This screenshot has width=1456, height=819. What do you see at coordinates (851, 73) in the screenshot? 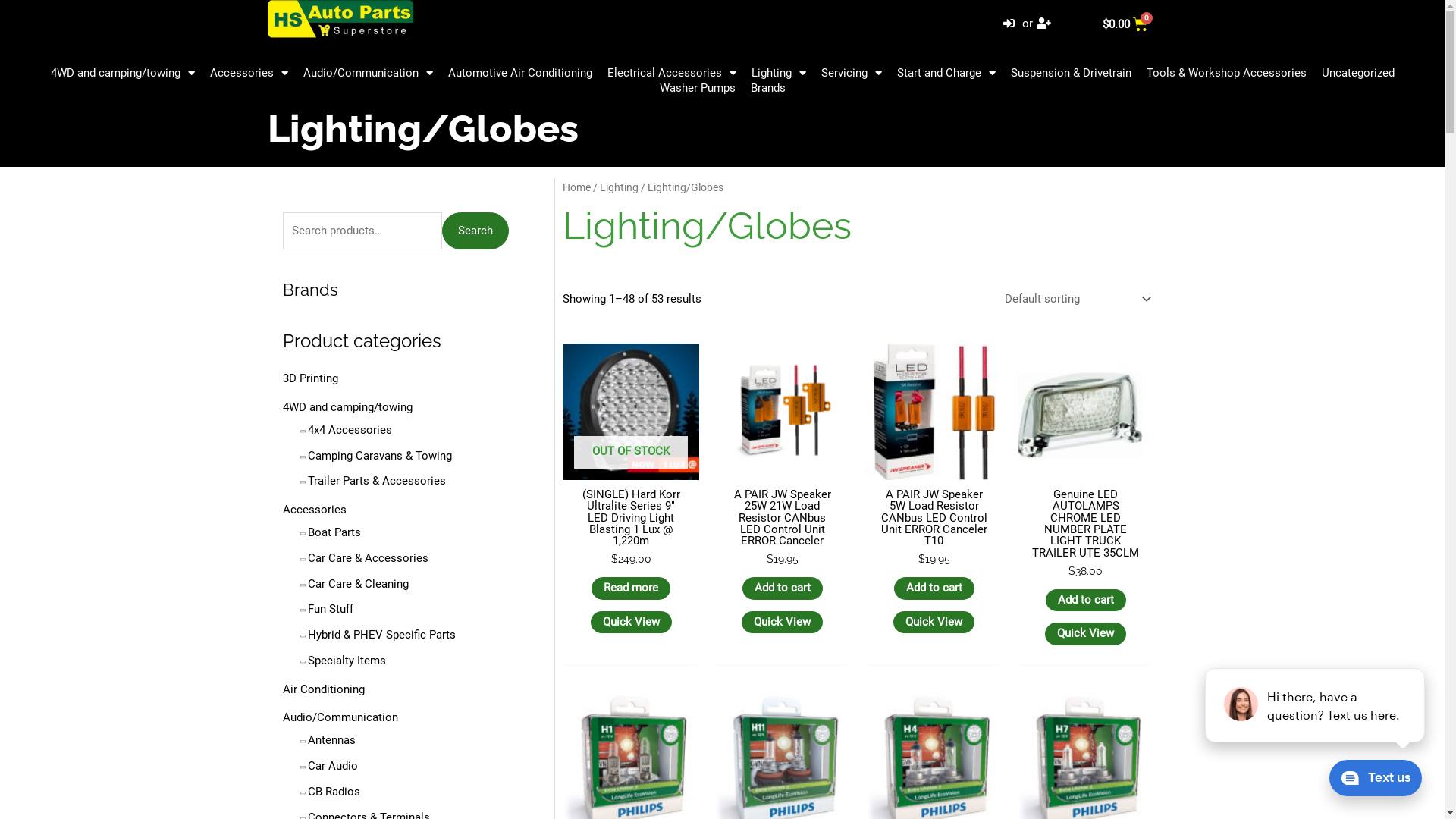
I see `'Servicing'` at bounding box center [851, 73].